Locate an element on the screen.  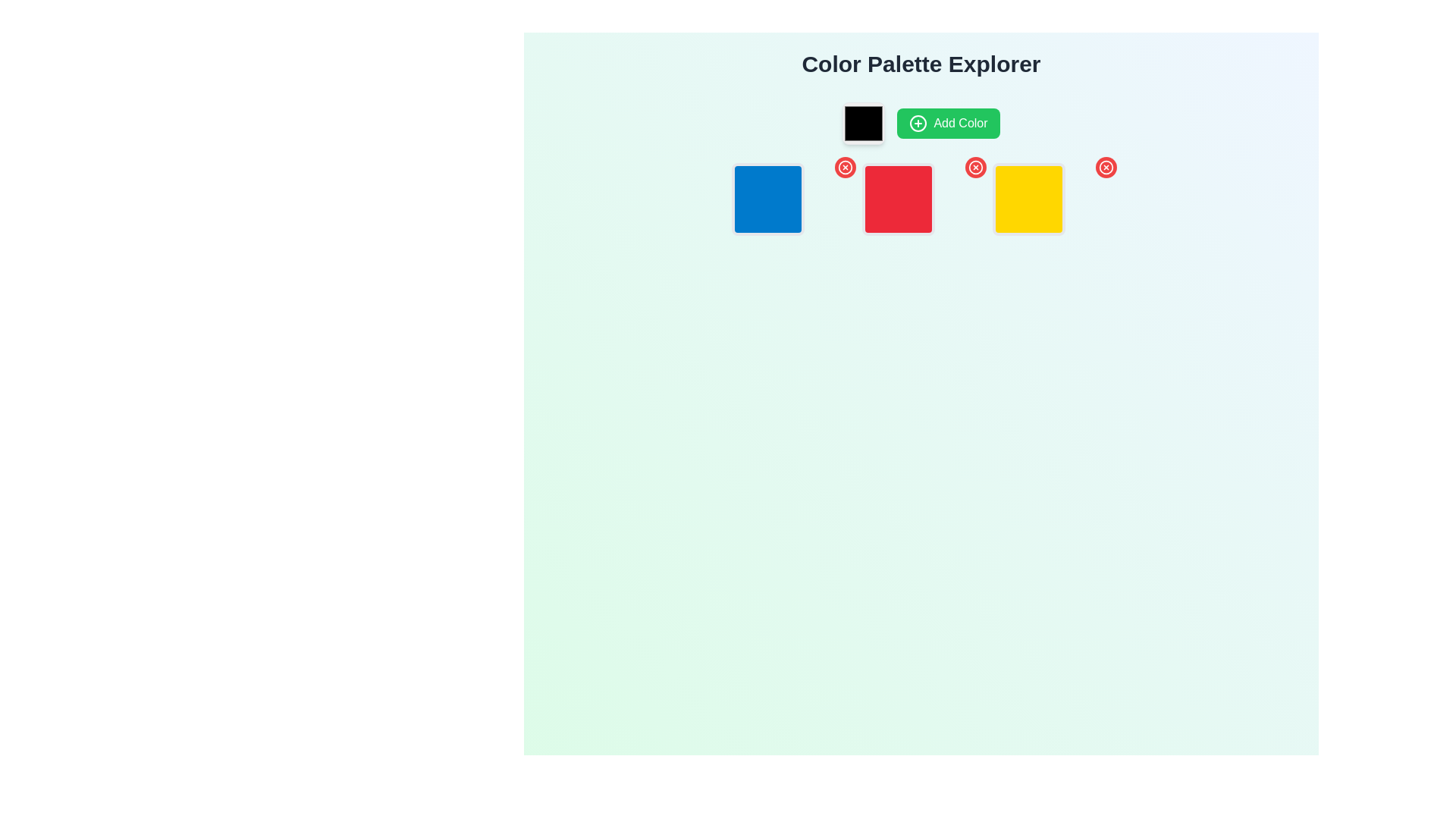
the first color display element is located at coordinates (767, 198).